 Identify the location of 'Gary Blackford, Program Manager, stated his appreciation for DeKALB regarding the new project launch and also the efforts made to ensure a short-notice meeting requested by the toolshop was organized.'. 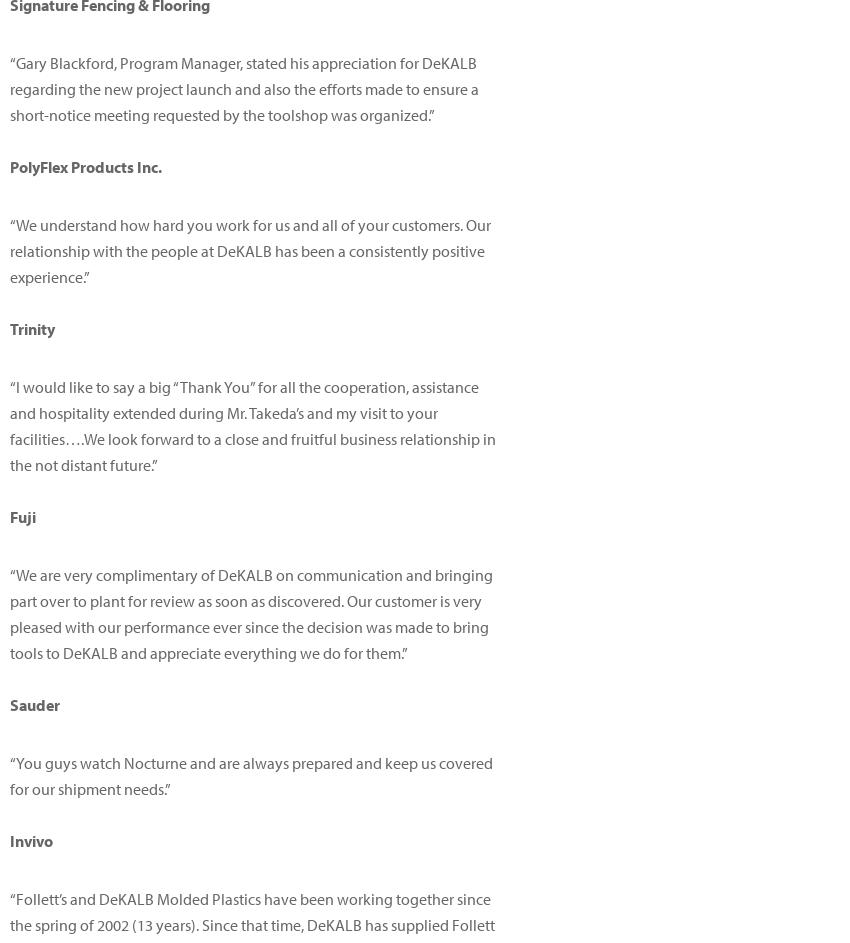
(244, 88).